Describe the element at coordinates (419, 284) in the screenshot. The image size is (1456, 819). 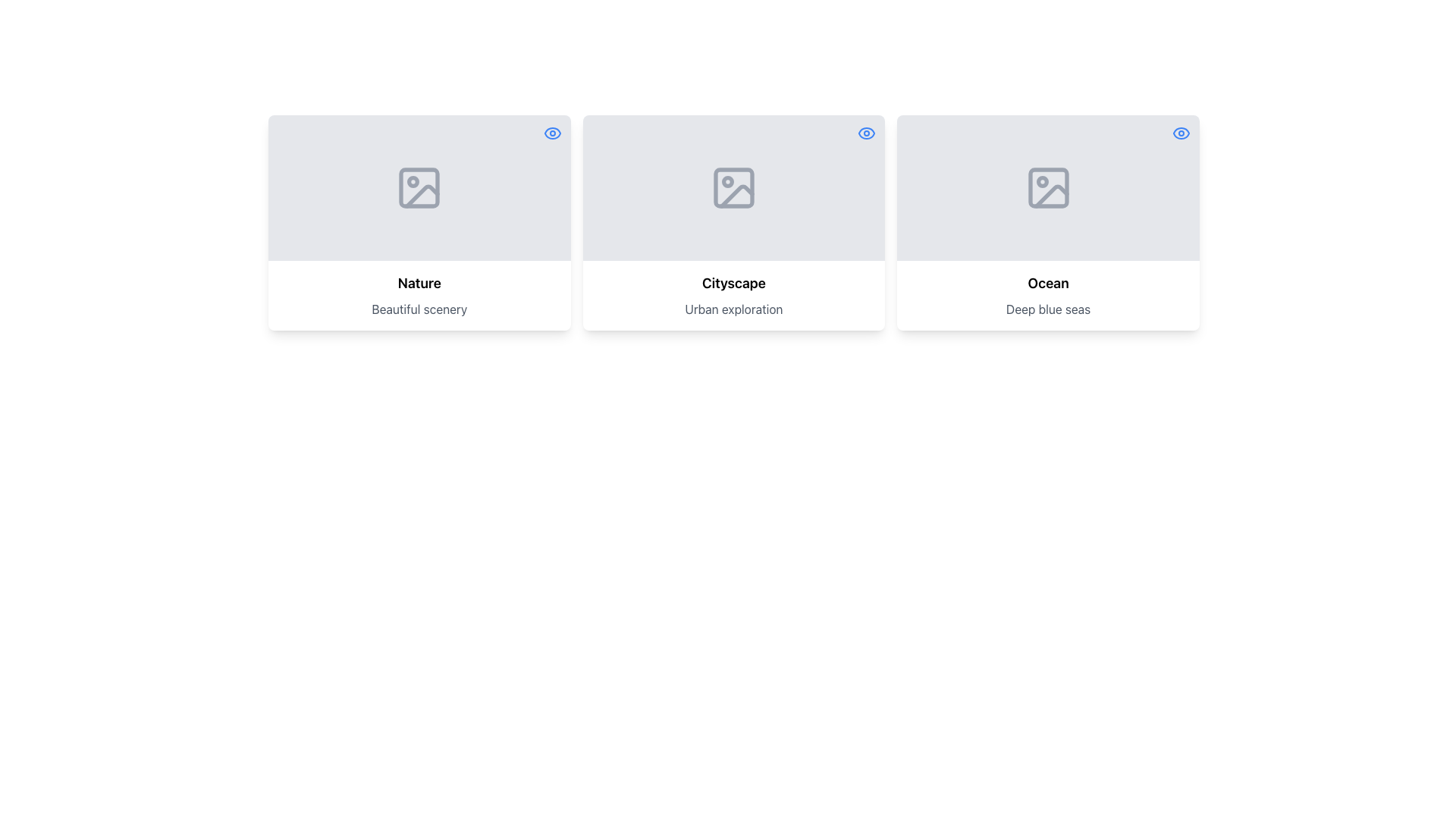
I see `the 'Nature' text label, which serves as a title for the section` at that location.